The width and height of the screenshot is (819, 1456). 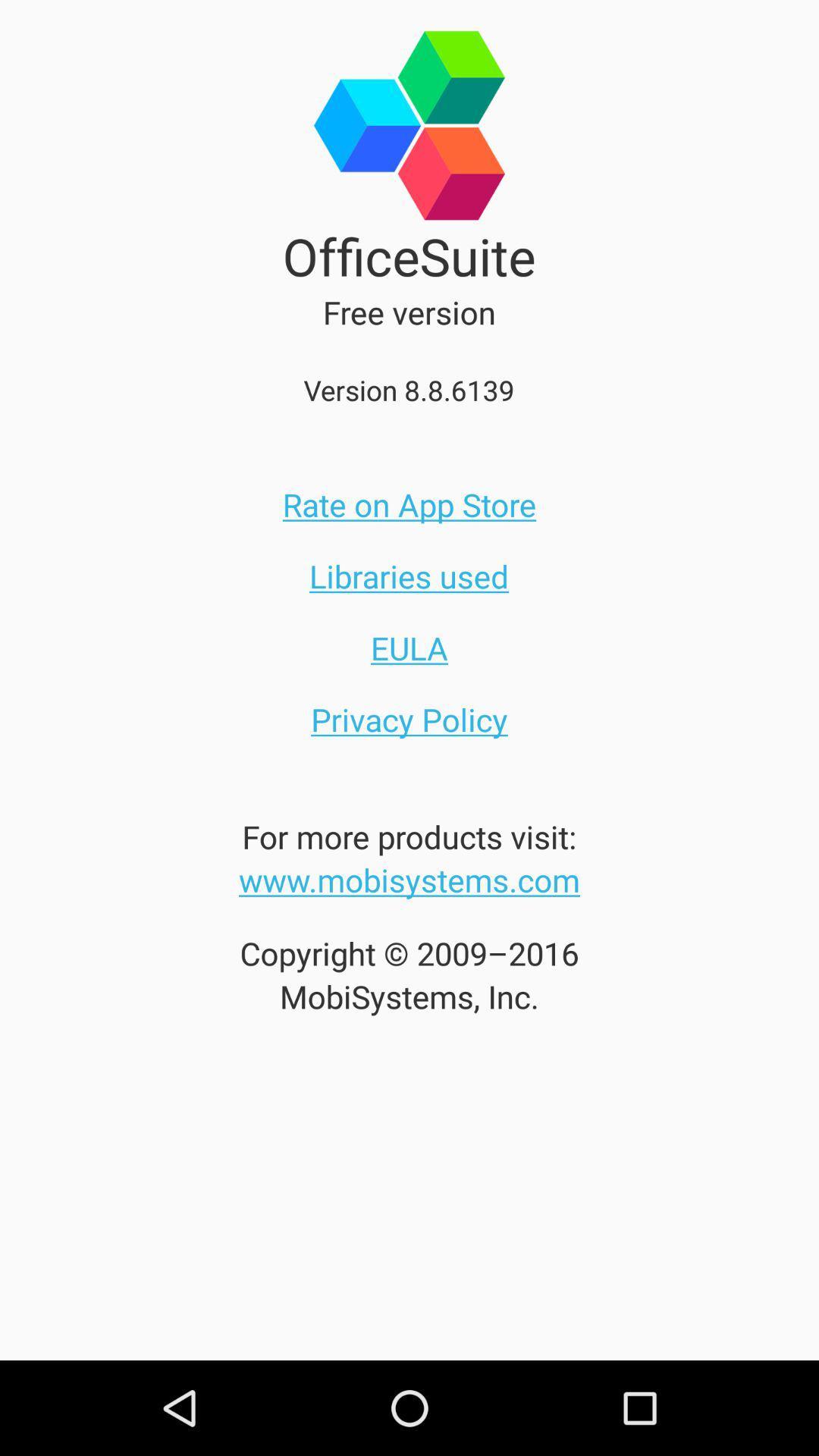 I want to click on the www.mobisystems.com item, so click(x=409, y=880).